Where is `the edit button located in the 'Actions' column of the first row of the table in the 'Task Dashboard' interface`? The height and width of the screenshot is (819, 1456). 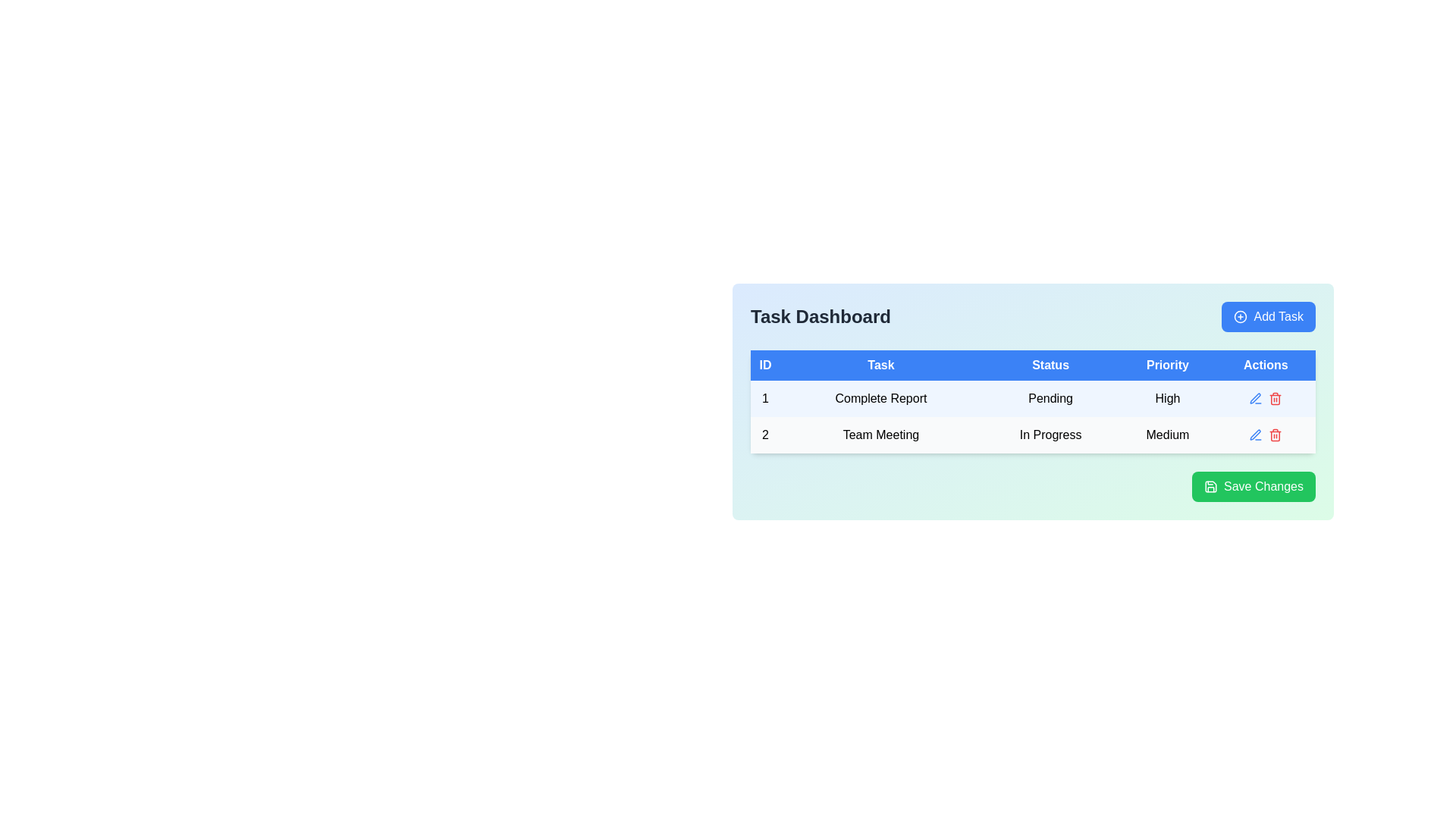 the edit button located in the 'Actions' column of the first row of the table in the 'Task Dashboard' interface is located at coordinates (1266, 397).